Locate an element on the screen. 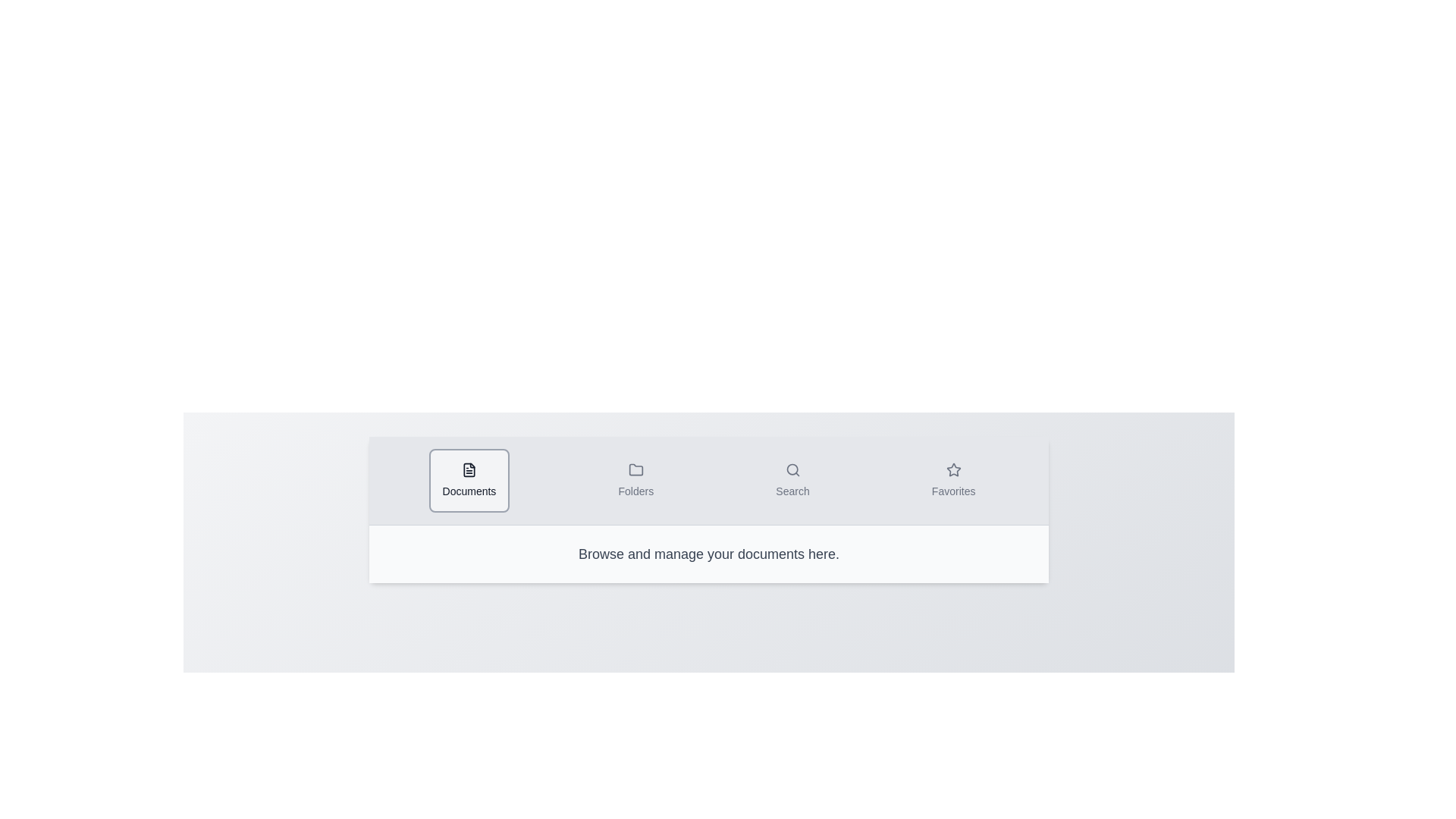 The height and width of the screenshot is (819, 1456). the Favorites tab to preview its behavior is located at coordinates (952, 480).